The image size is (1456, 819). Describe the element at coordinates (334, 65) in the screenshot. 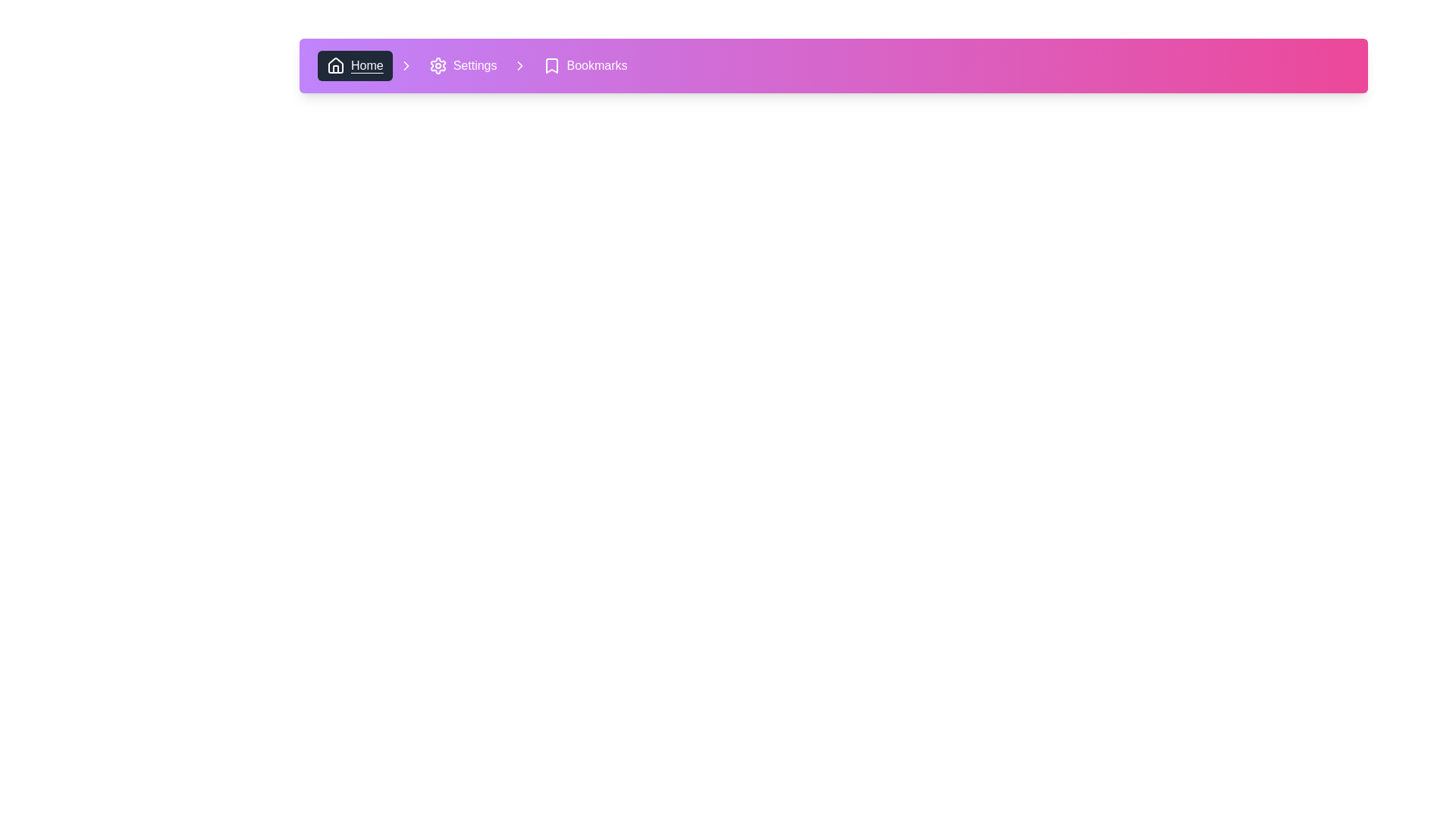

I see `the 'Home' icon located at the leftmost position of the navigation bar` at that location.